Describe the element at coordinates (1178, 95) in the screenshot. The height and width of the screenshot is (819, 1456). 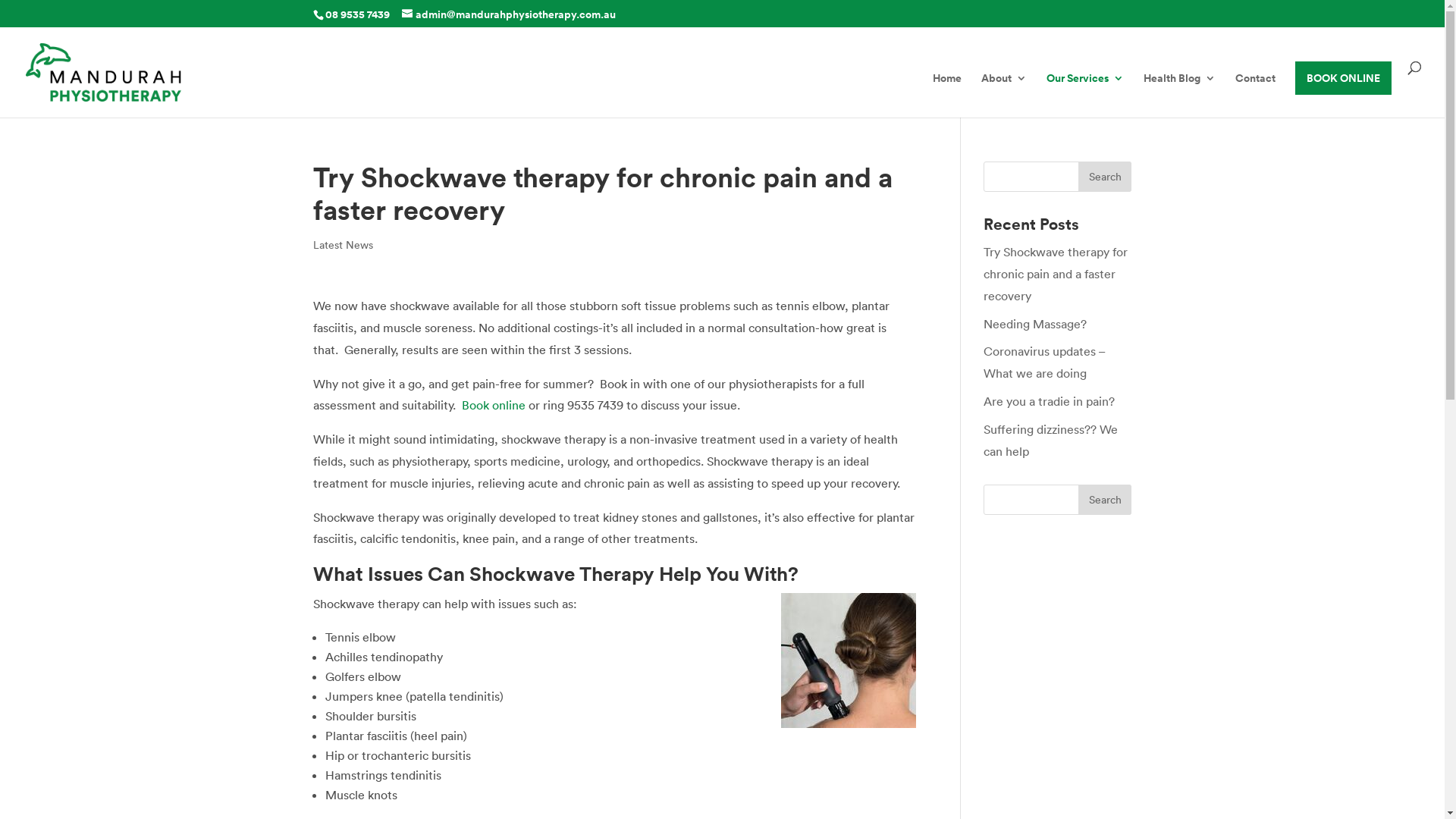
I see `'Health Blog'` at that location.